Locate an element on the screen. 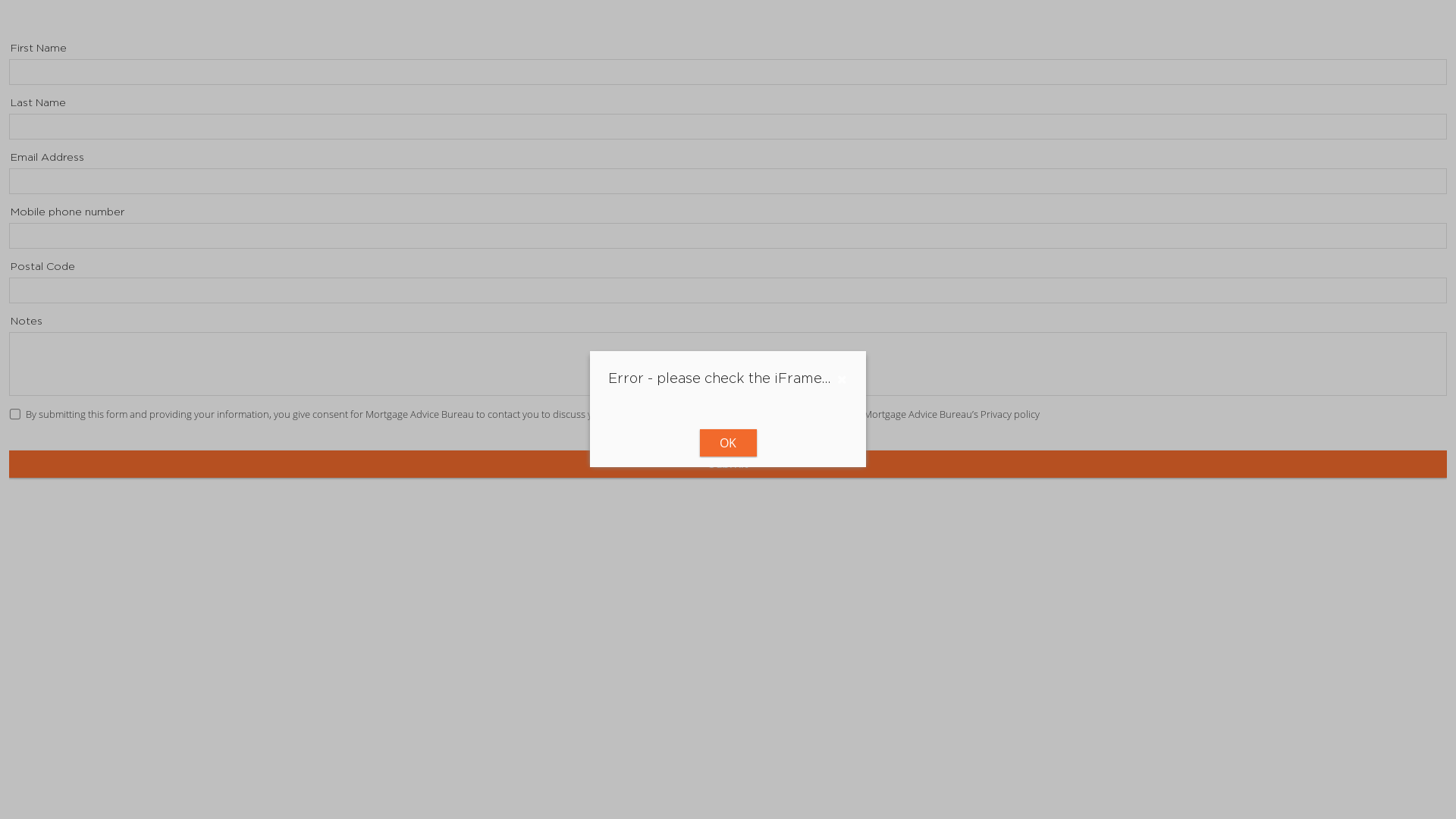  'OK' is located at coordinates (726, 442).